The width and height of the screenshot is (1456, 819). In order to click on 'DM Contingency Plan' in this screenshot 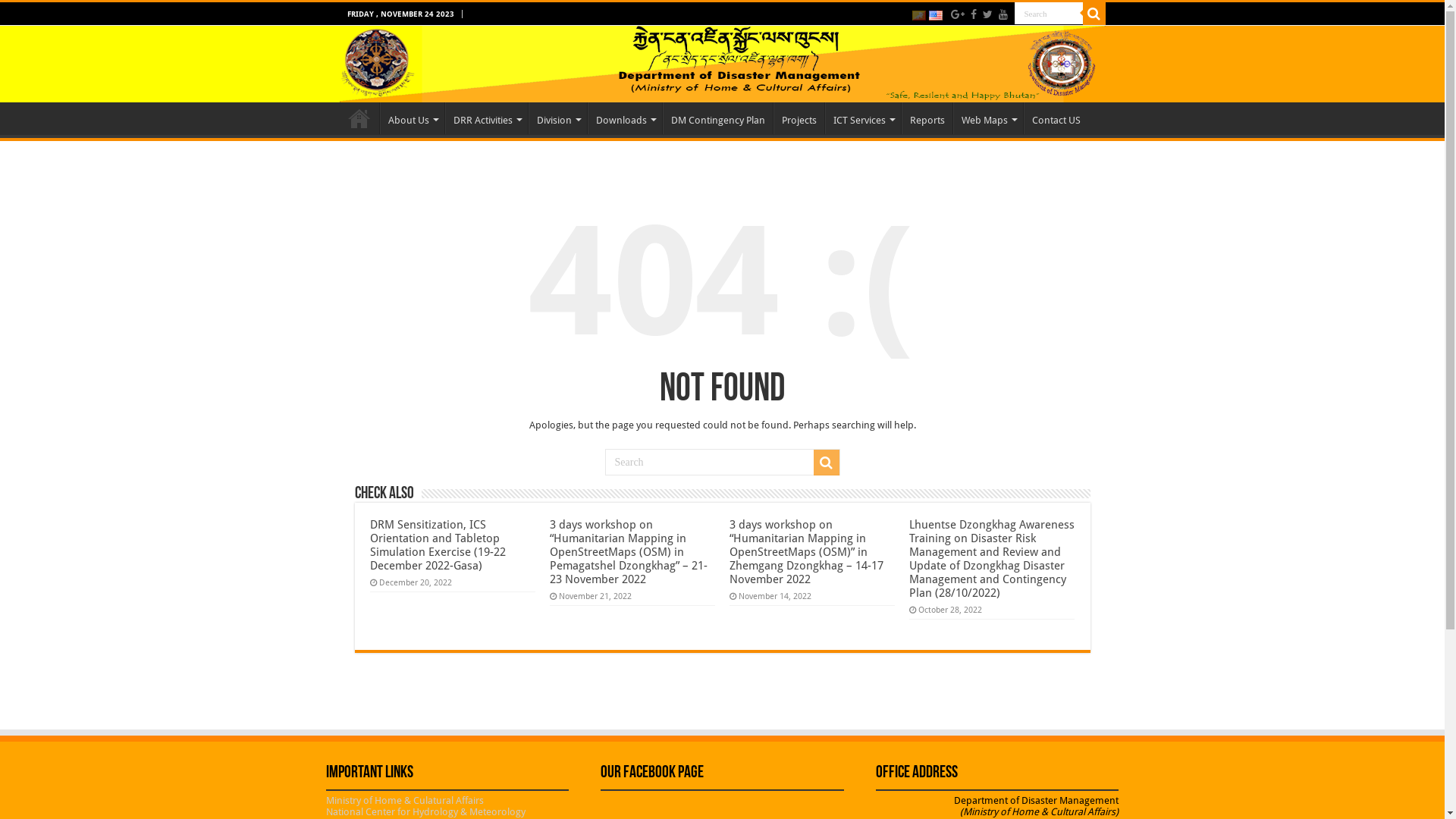, I will do `click(717, 117)`.